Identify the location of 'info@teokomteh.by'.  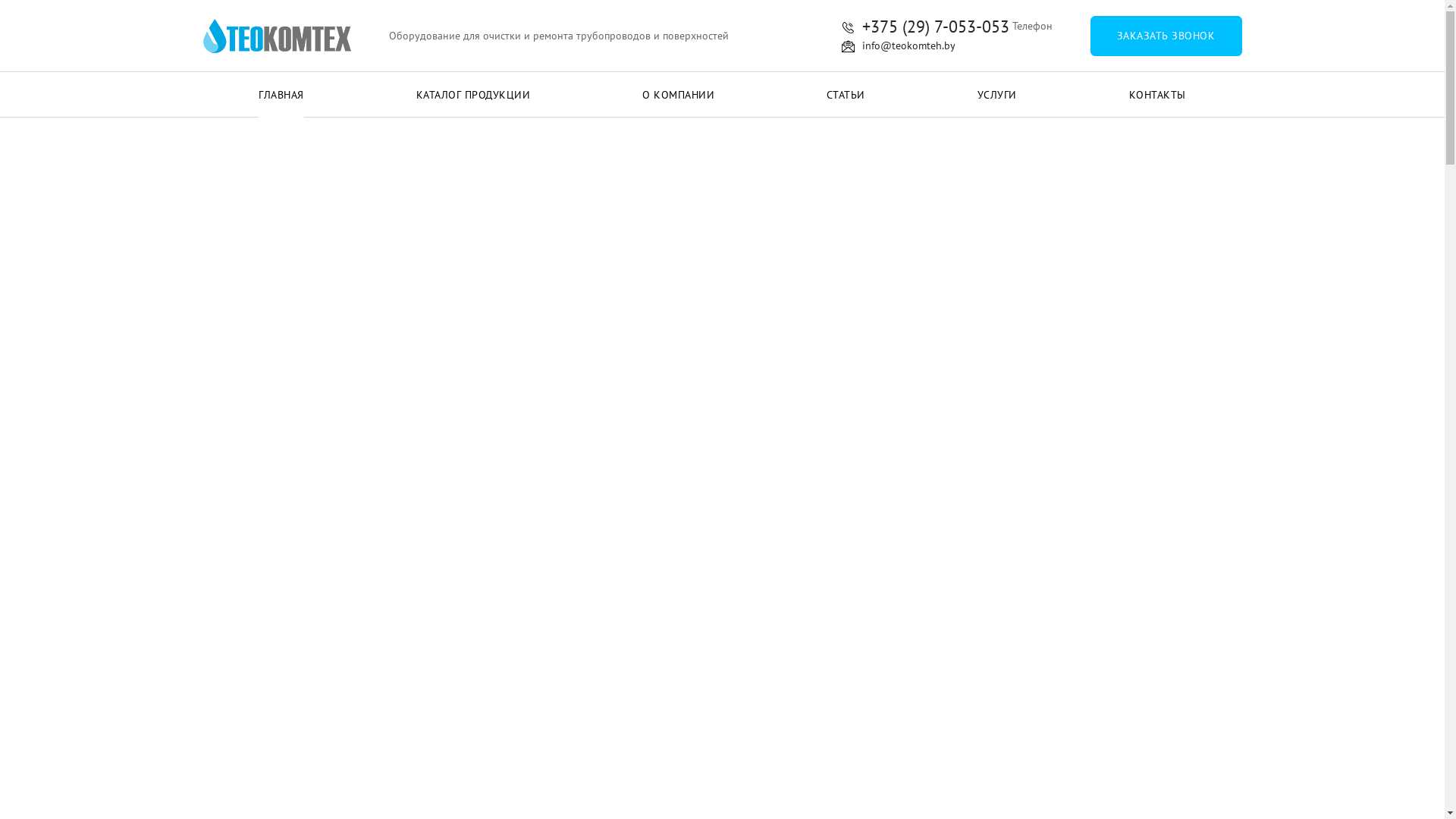
(899, 45).